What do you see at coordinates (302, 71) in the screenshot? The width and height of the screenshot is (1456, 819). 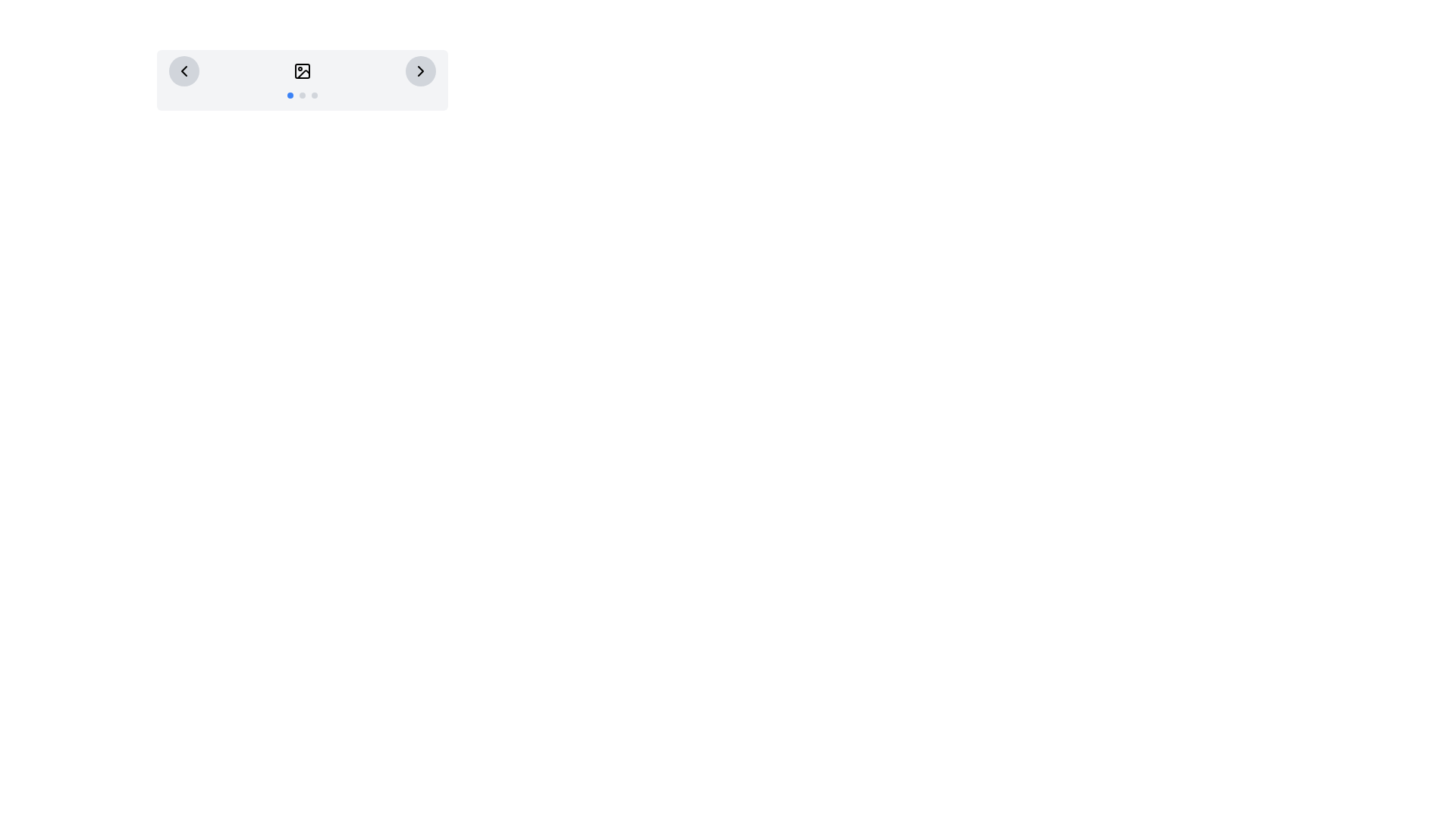 I see `the image display placeholder located at the center of the rectangular panel` at bounding box center [302, 71].